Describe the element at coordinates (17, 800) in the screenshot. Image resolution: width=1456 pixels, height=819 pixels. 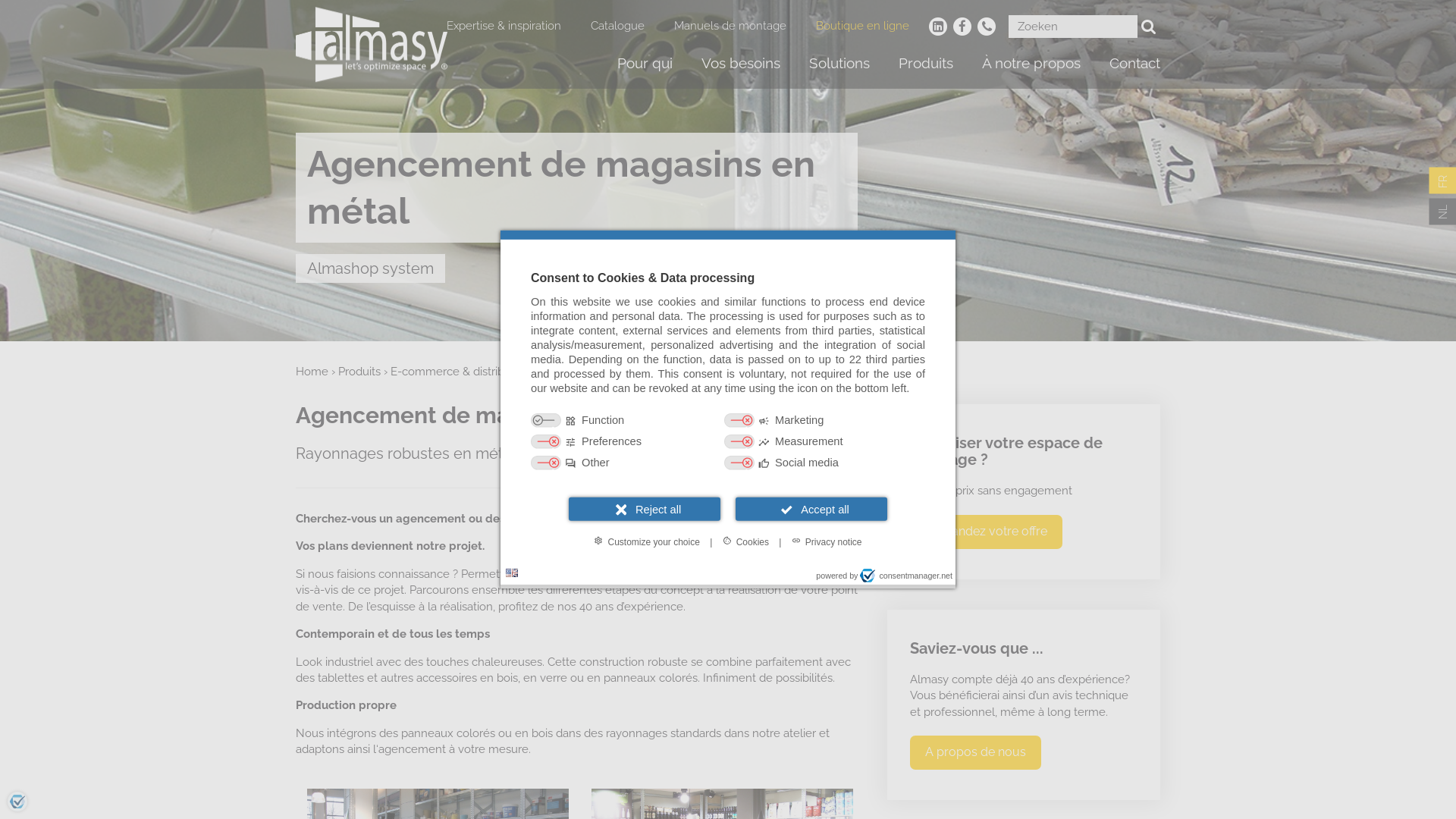
I see `'Privacy settings'` at that location.